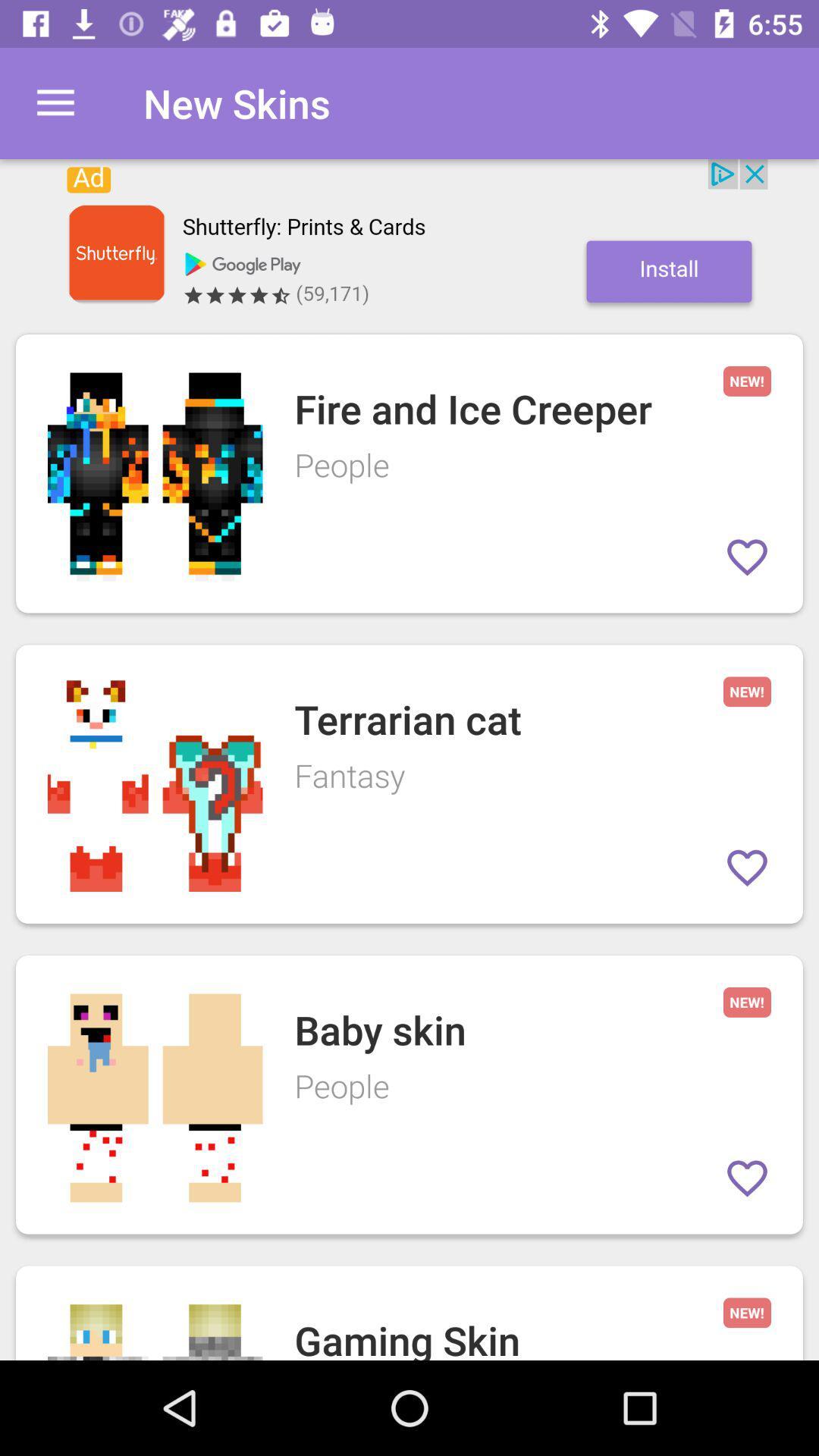 This screenshot has width=819, height=1456. What do you see at coordinates (409, 238) in the screenshot?
I see `open the advertisement banner` at bounding box center [409, 238].